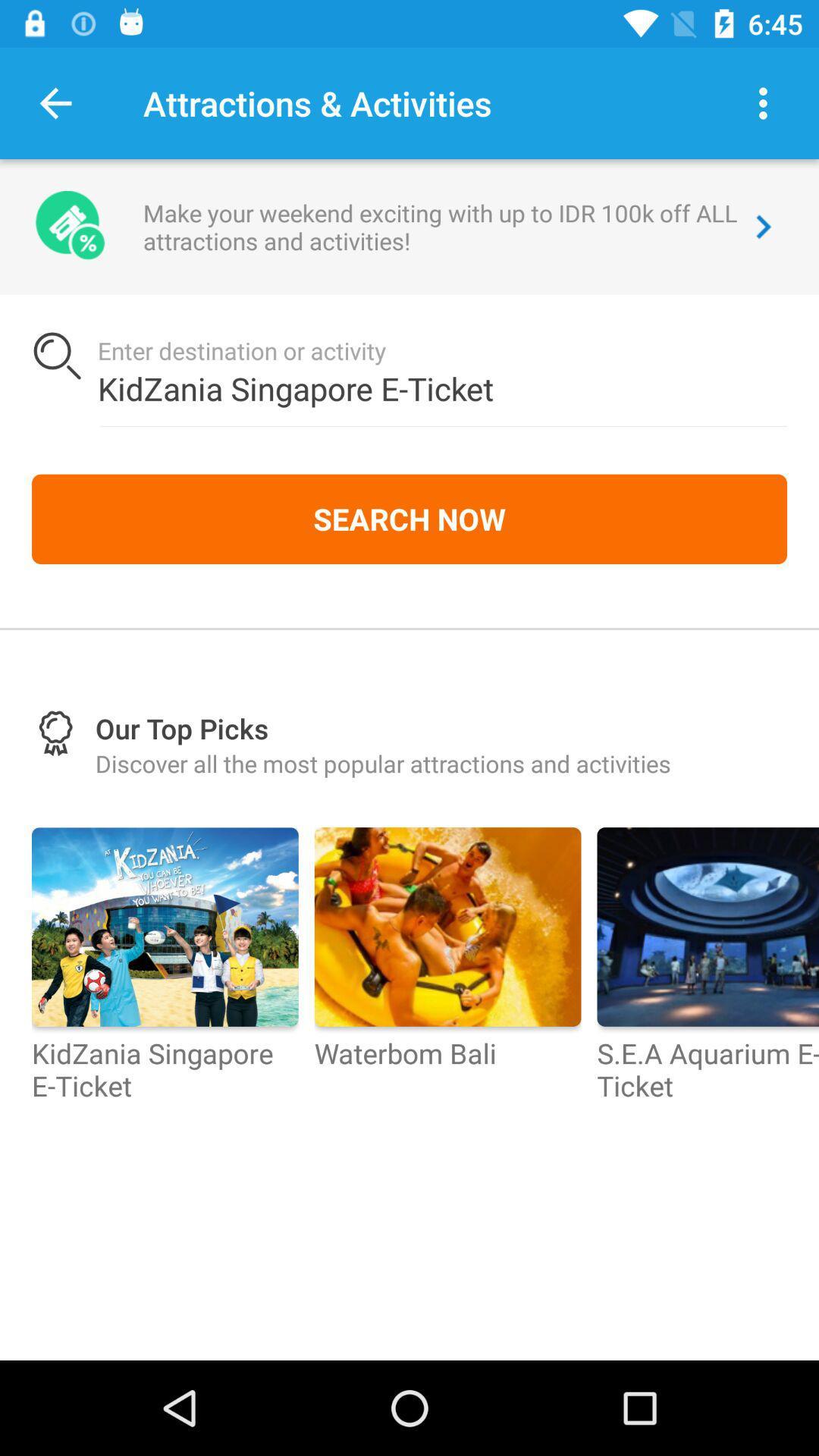  I want to click on overflow menu, so click(763, 102).